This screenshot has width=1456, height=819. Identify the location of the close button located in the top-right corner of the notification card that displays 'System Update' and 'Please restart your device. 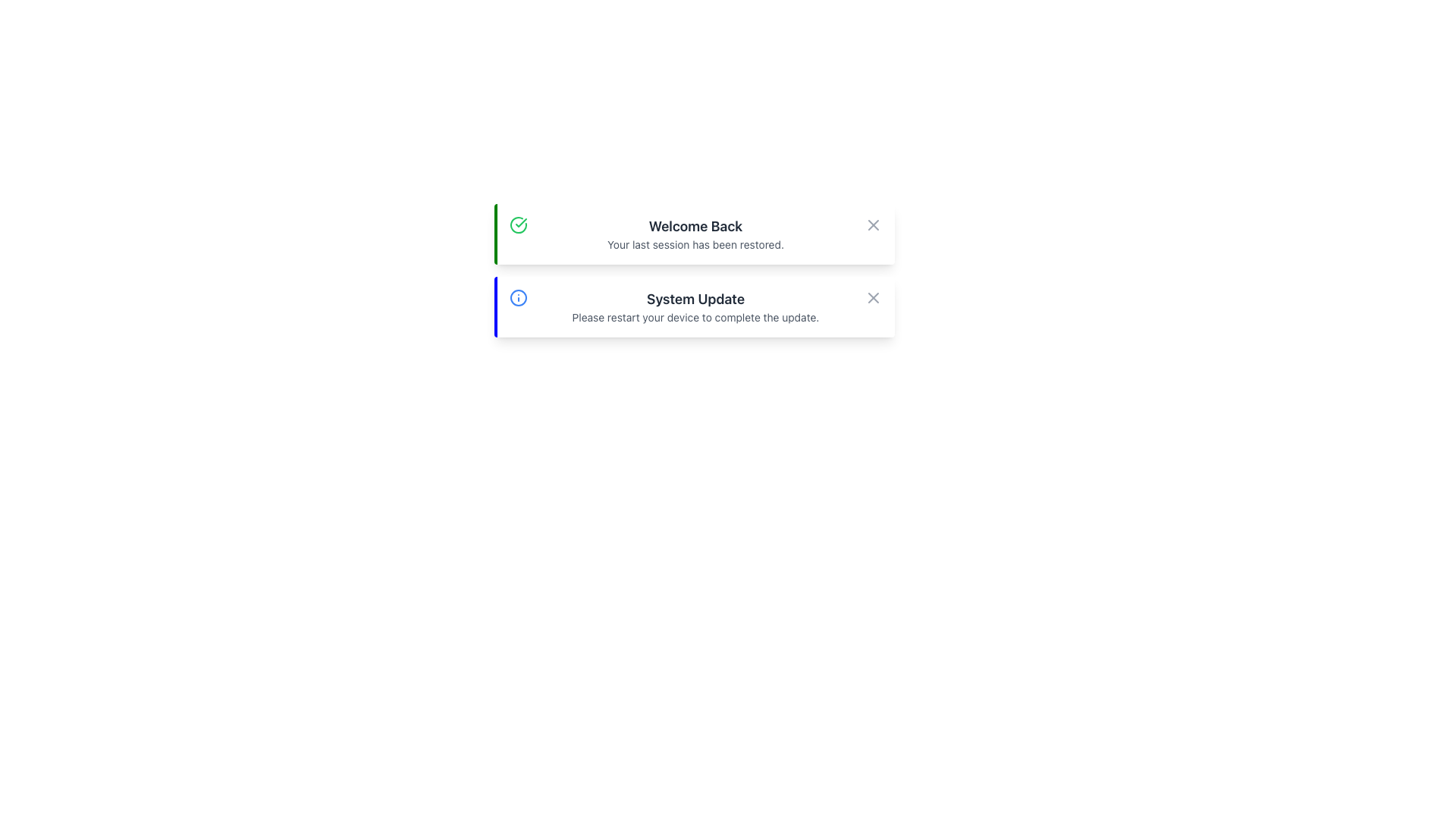
(873, 298).